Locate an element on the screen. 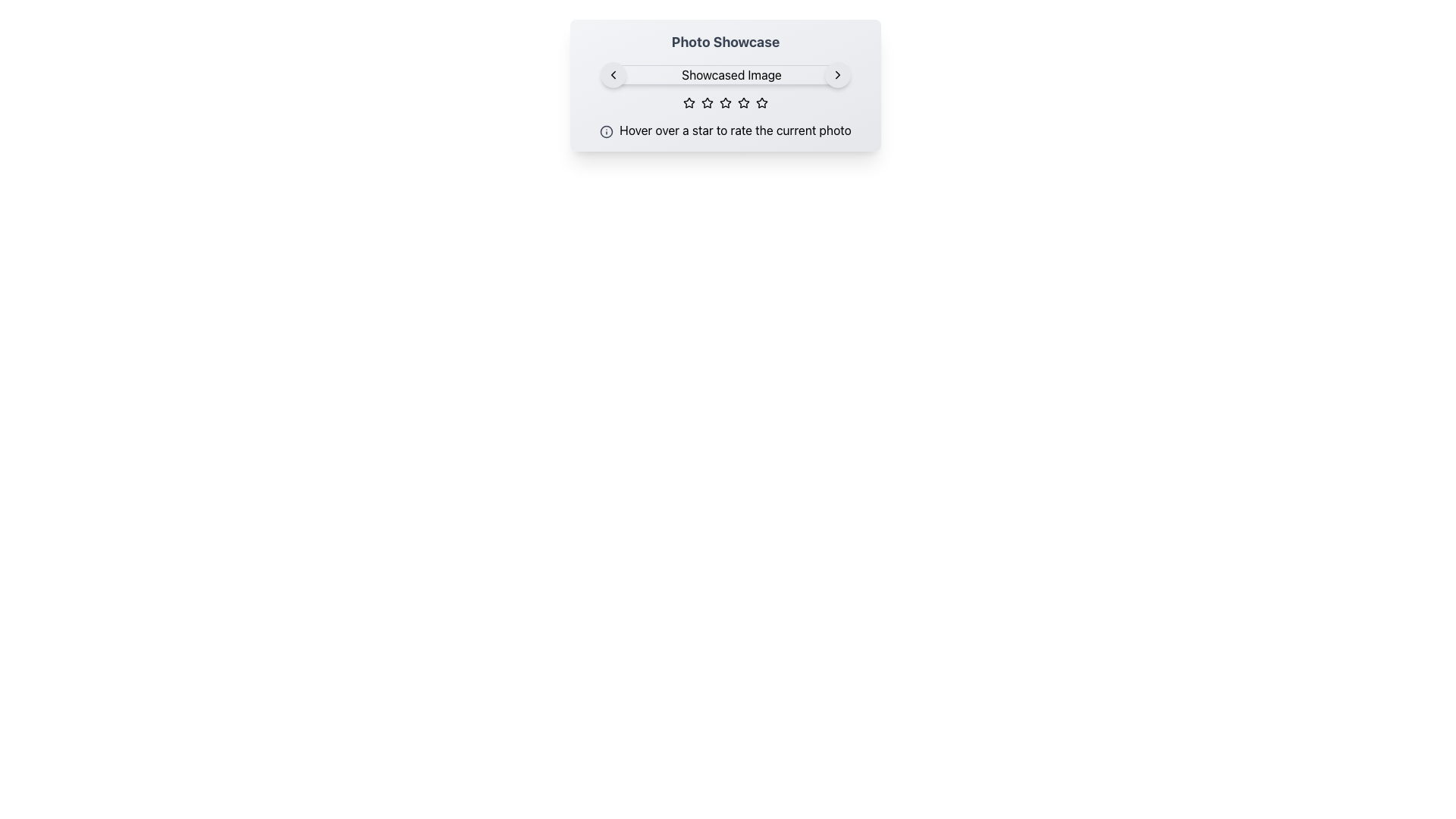  the chevron navigation button located in the top-right section of the central interface panel is located at coordinates (836, 75).